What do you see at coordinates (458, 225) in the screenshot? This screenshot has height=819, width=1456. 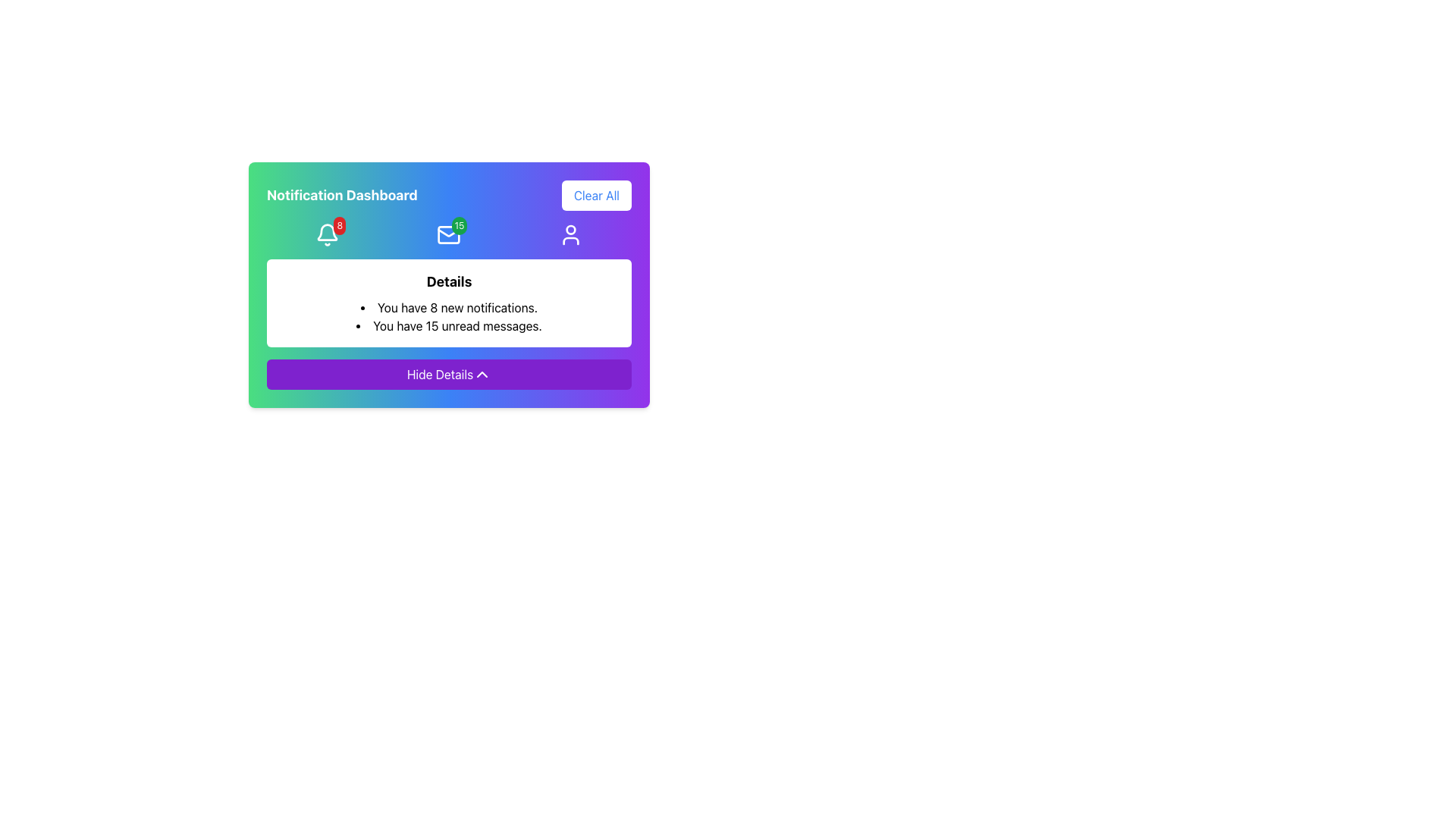 I see `the notification badge indicating 15 unread messages located at the top-right corner of the envelope icon in the notification dashboard` at bounding box center [458, 225].